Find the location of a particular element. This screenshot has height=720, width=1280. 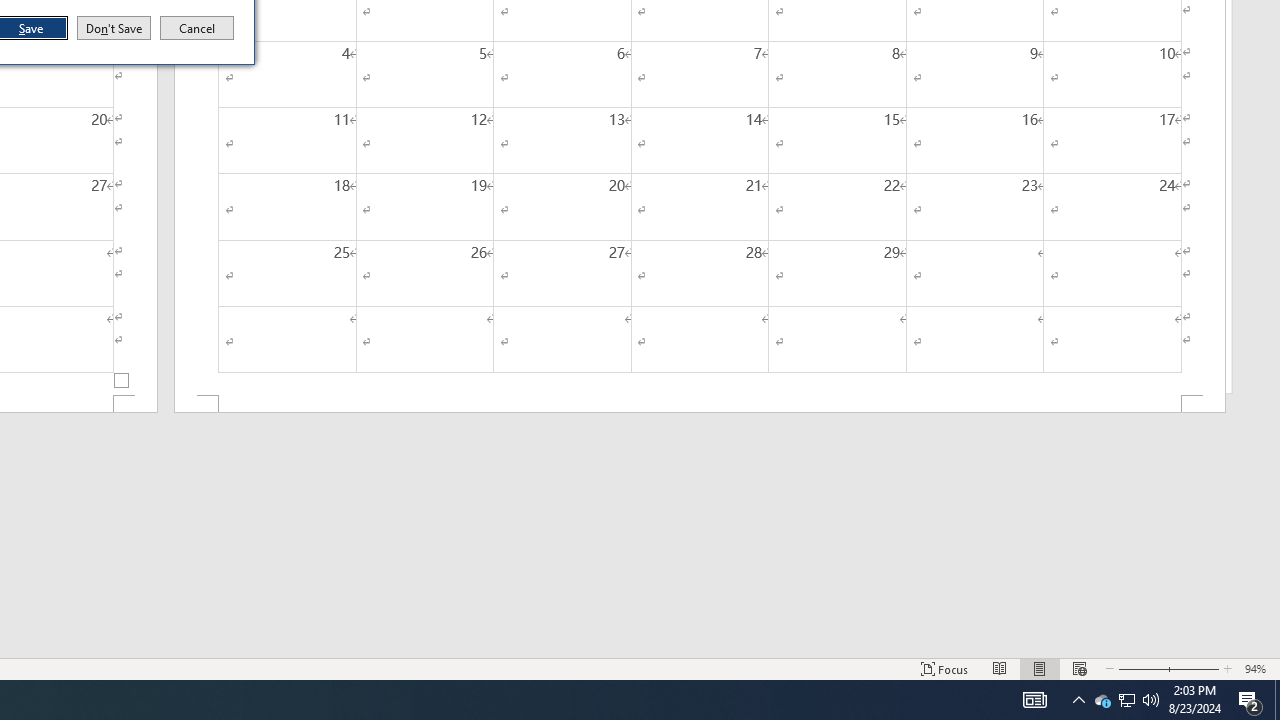

'Web Layout' is located at coordinates (1078, 698).